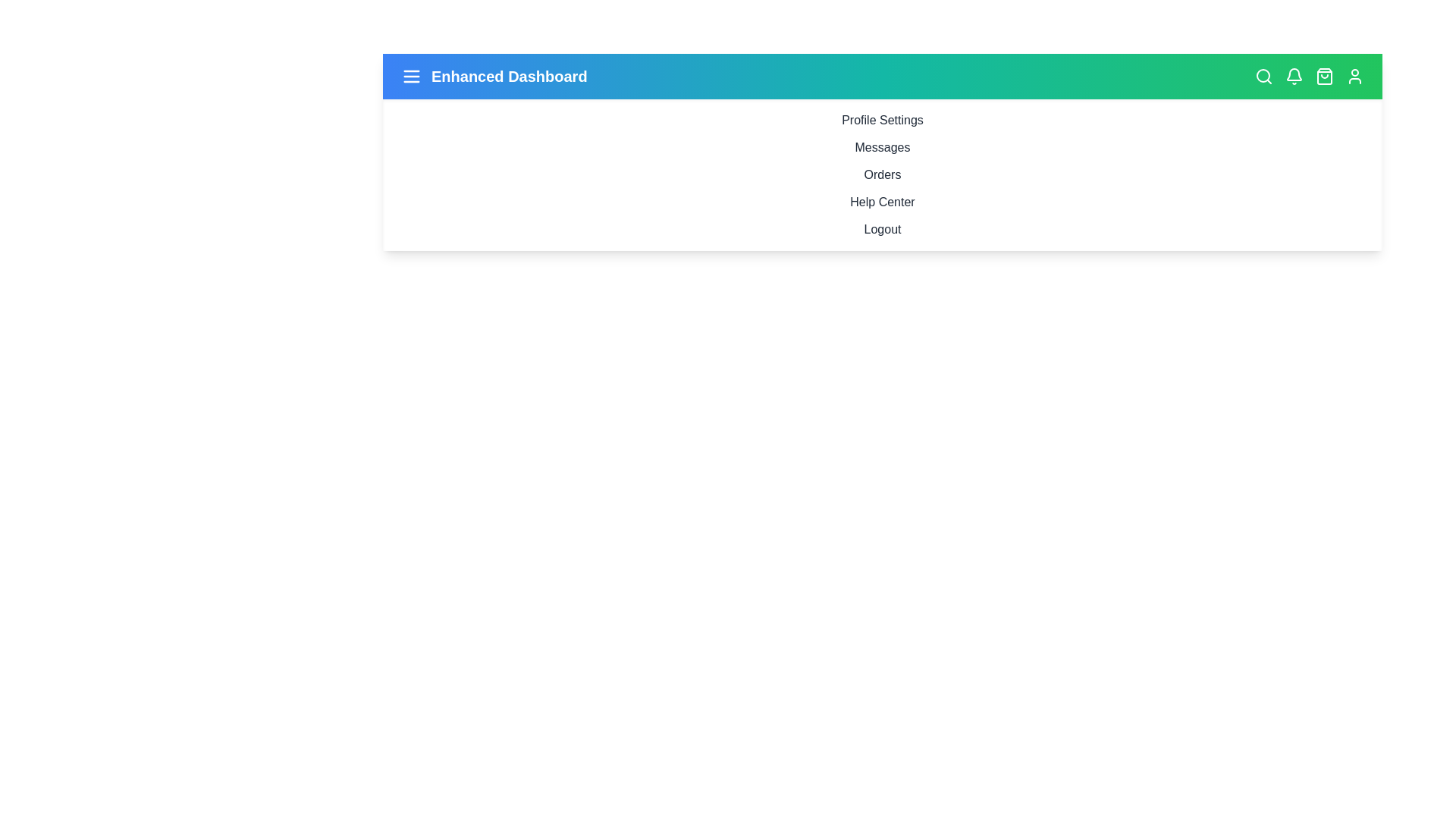  What do you see at coordinates (411, 76) in the screenshot?
I see `the menu icon to display its tooltip or visual feedback` at bounding box center [411, 76].